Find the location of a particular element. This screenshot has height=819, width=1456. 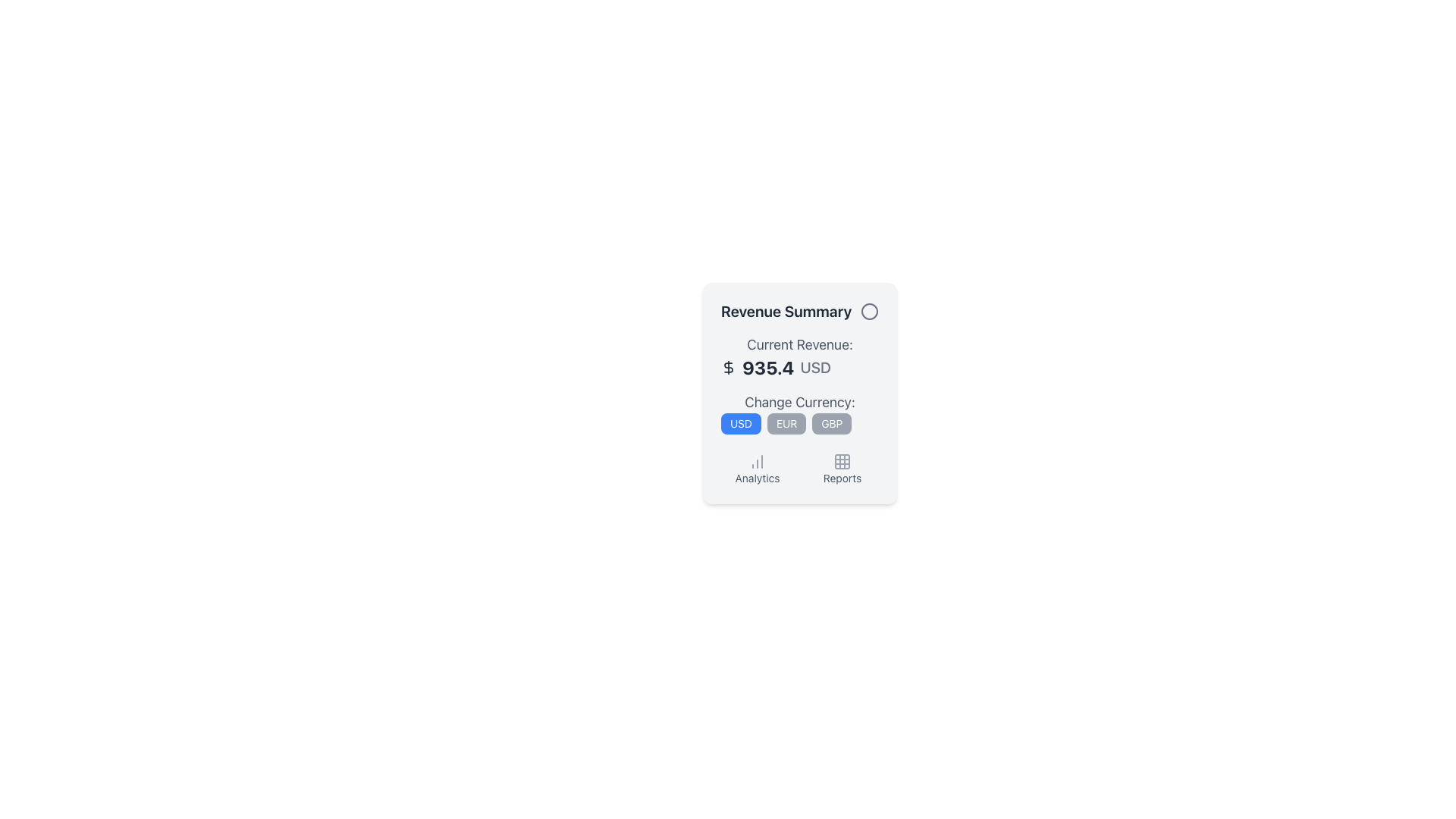

the text label displaying 'Change Currency:' which is located at the center of the card component, above the currency options is located at coordinates (799, 402).